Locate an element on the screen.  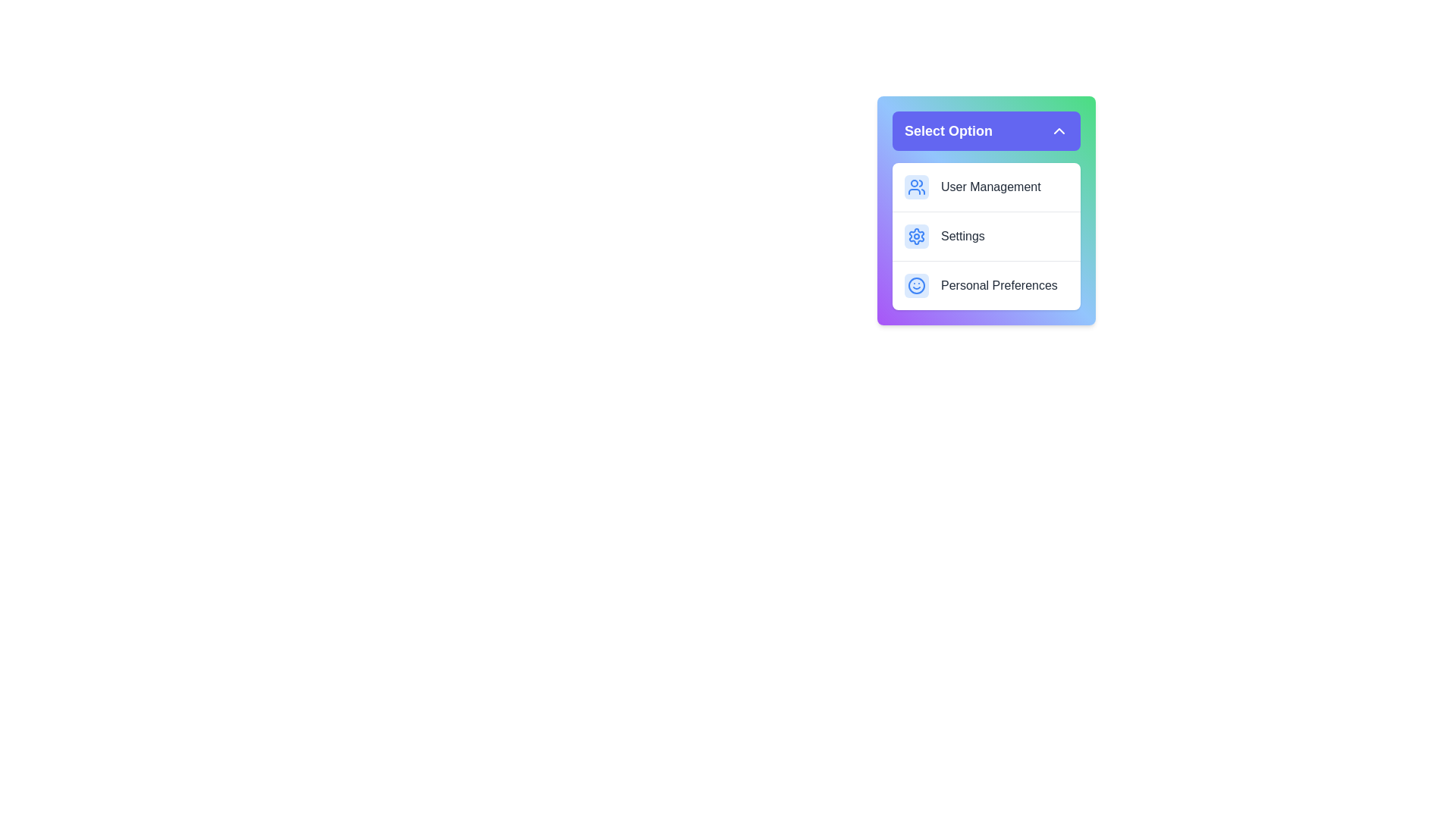
the User Management icon, which is the first icon in the vertically arranged menu list is located at coordinates (916, 186).